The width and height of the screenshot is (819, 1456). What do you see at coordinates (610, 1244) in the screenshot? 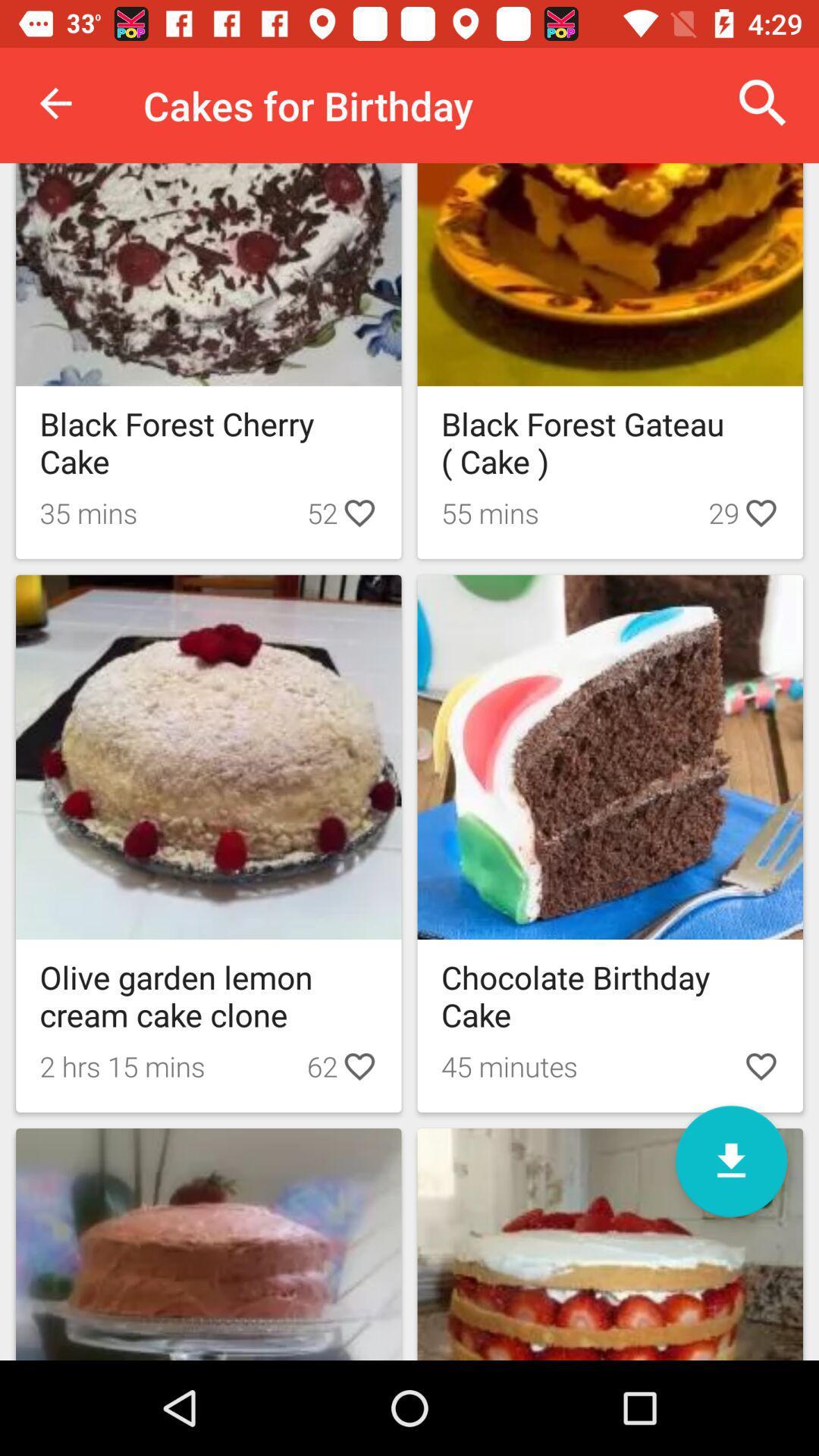
I see `the image at the bottom right corner of the page` at bounding box center [610, 1244].